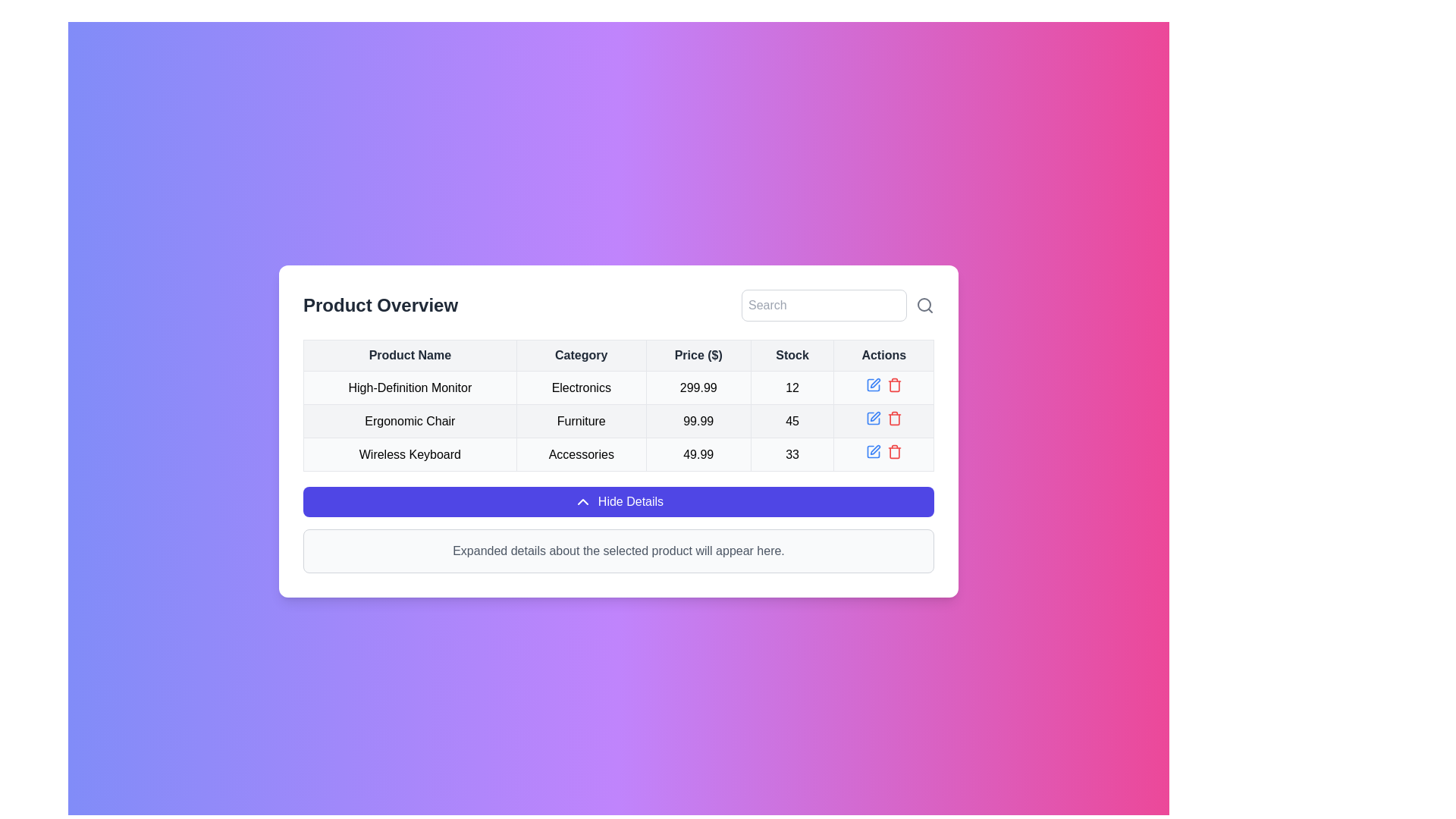 This screenshot has height=819, width=1456. I want to click on the text label displaying '299.99' in bold and dark font, which is the price of the product 'High-Definition Monitor' in the 'Product Overview' table, so click(698, 387).